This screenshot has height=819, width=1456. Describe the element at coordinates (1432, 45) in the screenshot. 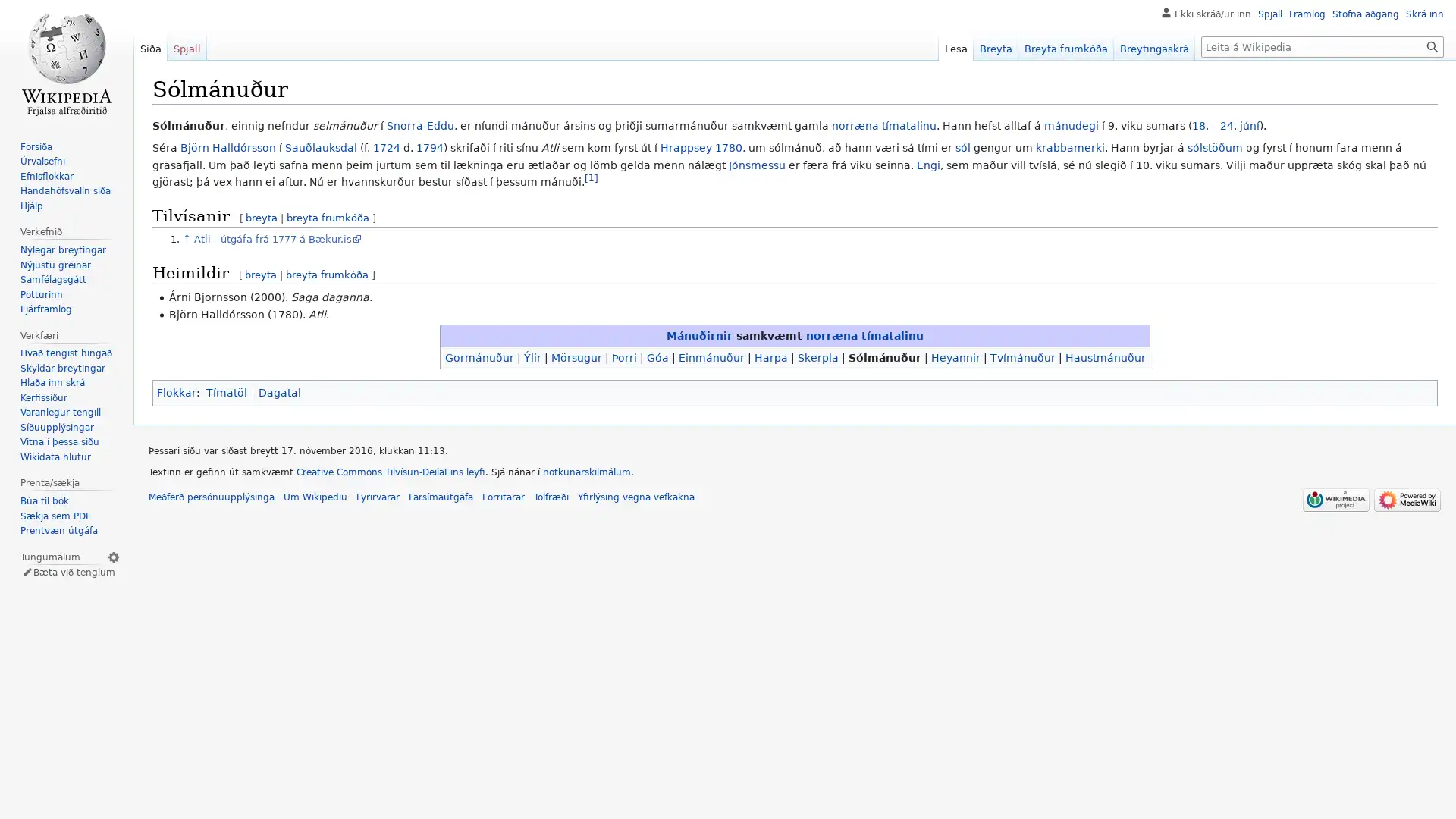

I see `Afram` at that location.